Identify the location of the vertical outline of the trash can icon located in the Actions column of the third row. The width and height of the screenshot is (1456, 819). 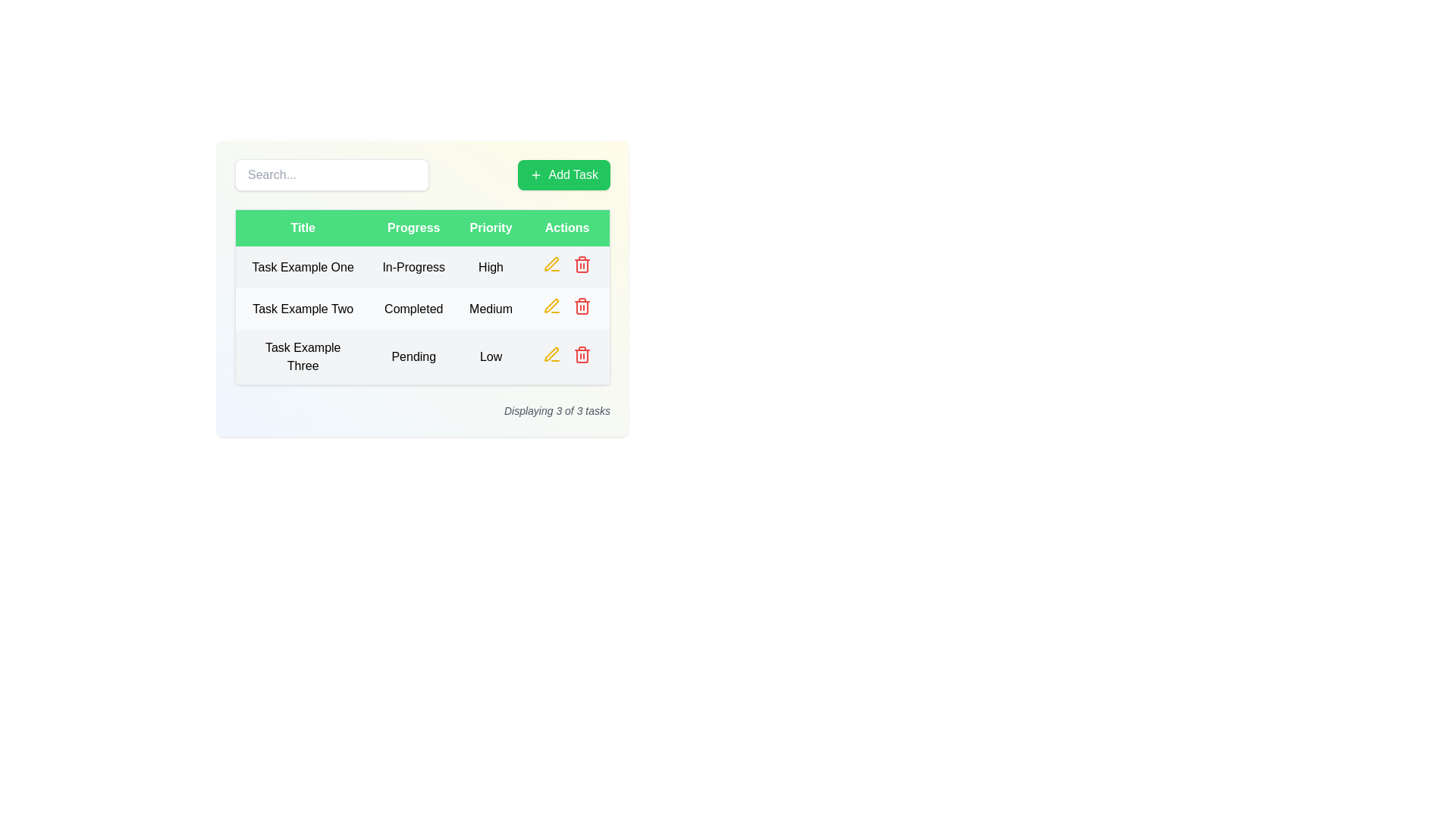
(582, 356).